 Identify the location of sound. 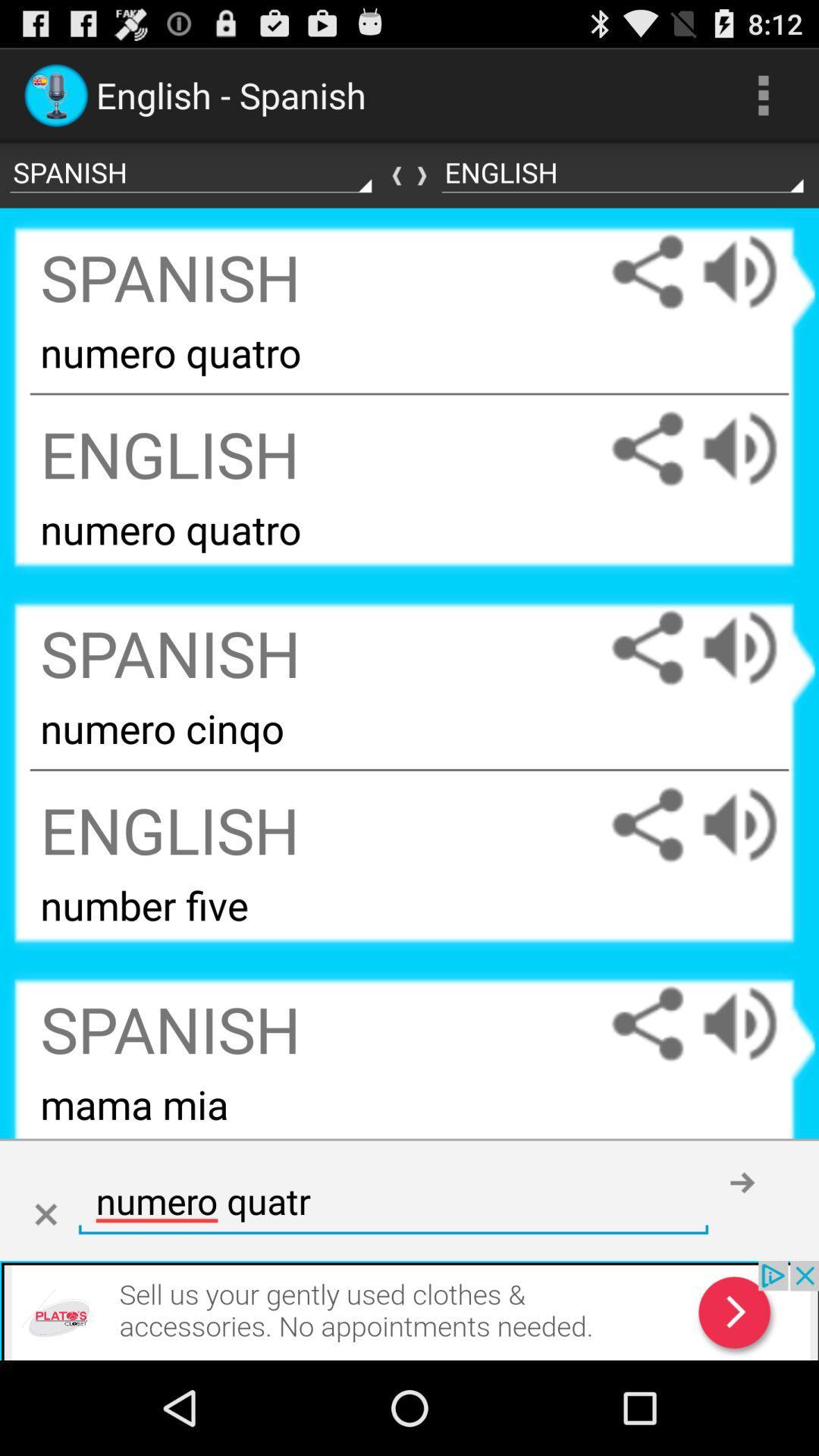
(755, 648).